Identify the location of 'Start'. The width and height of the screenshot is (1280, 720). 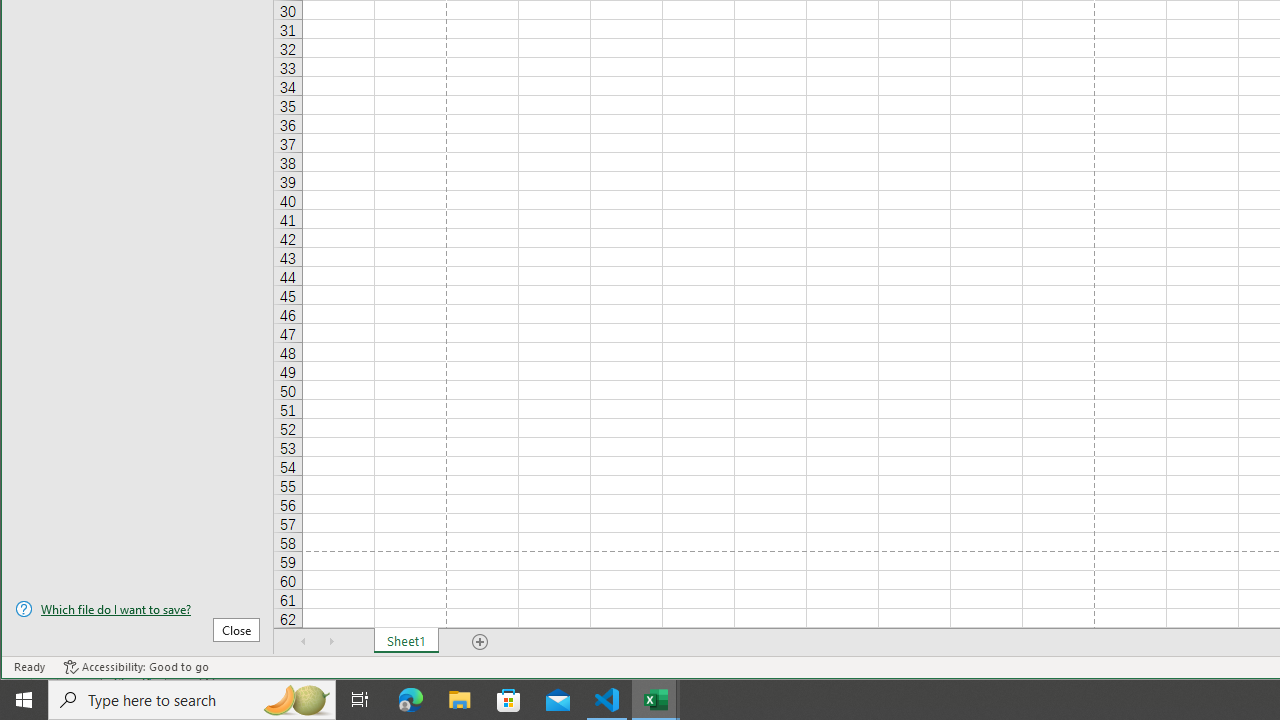
(24, 698).